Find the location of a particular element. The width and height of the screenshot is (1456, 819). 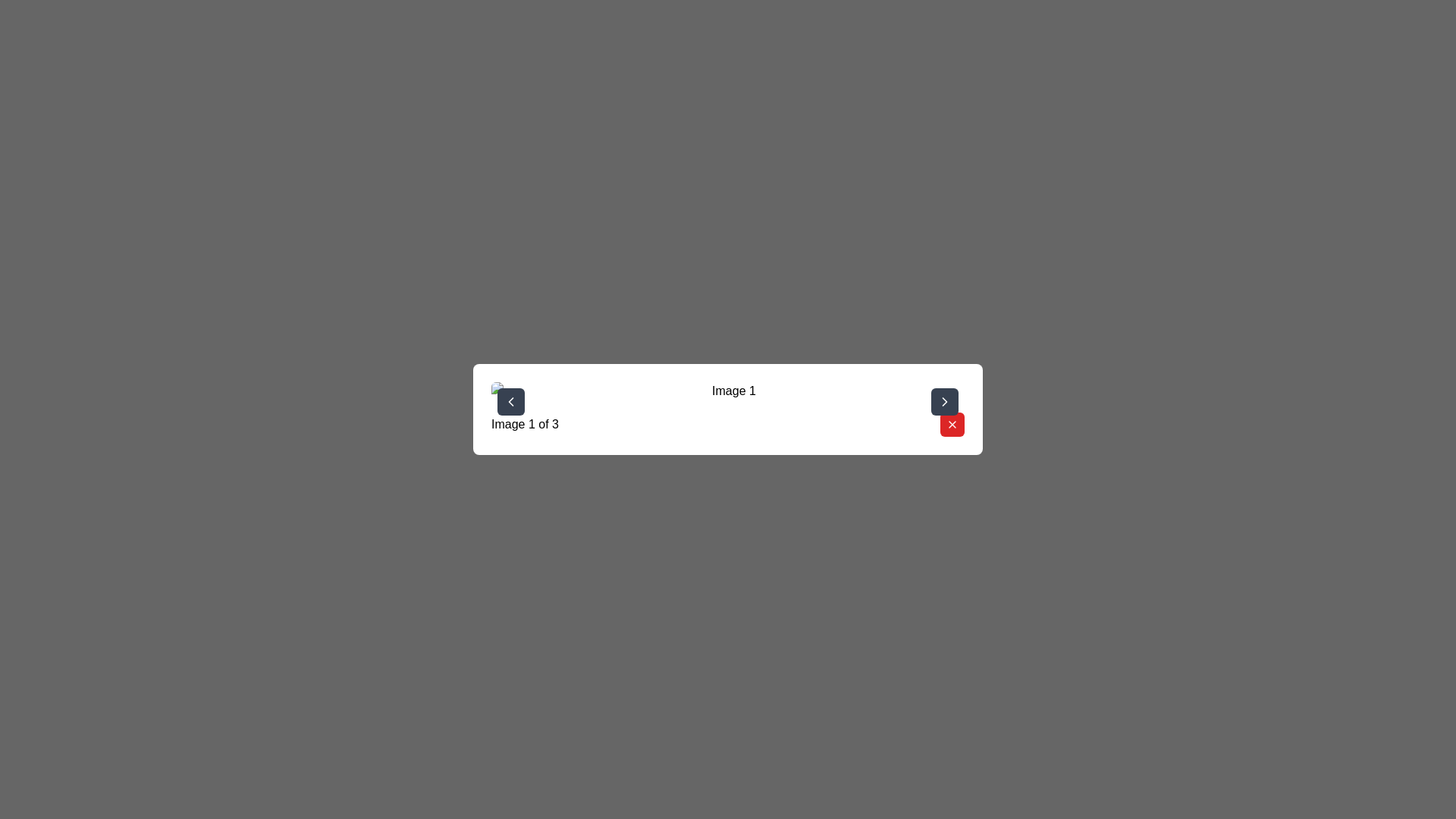

the 'Close' or 'Remove' button located to the right of the text 'Image 1 of 3' is located at coordinates (952, 424).